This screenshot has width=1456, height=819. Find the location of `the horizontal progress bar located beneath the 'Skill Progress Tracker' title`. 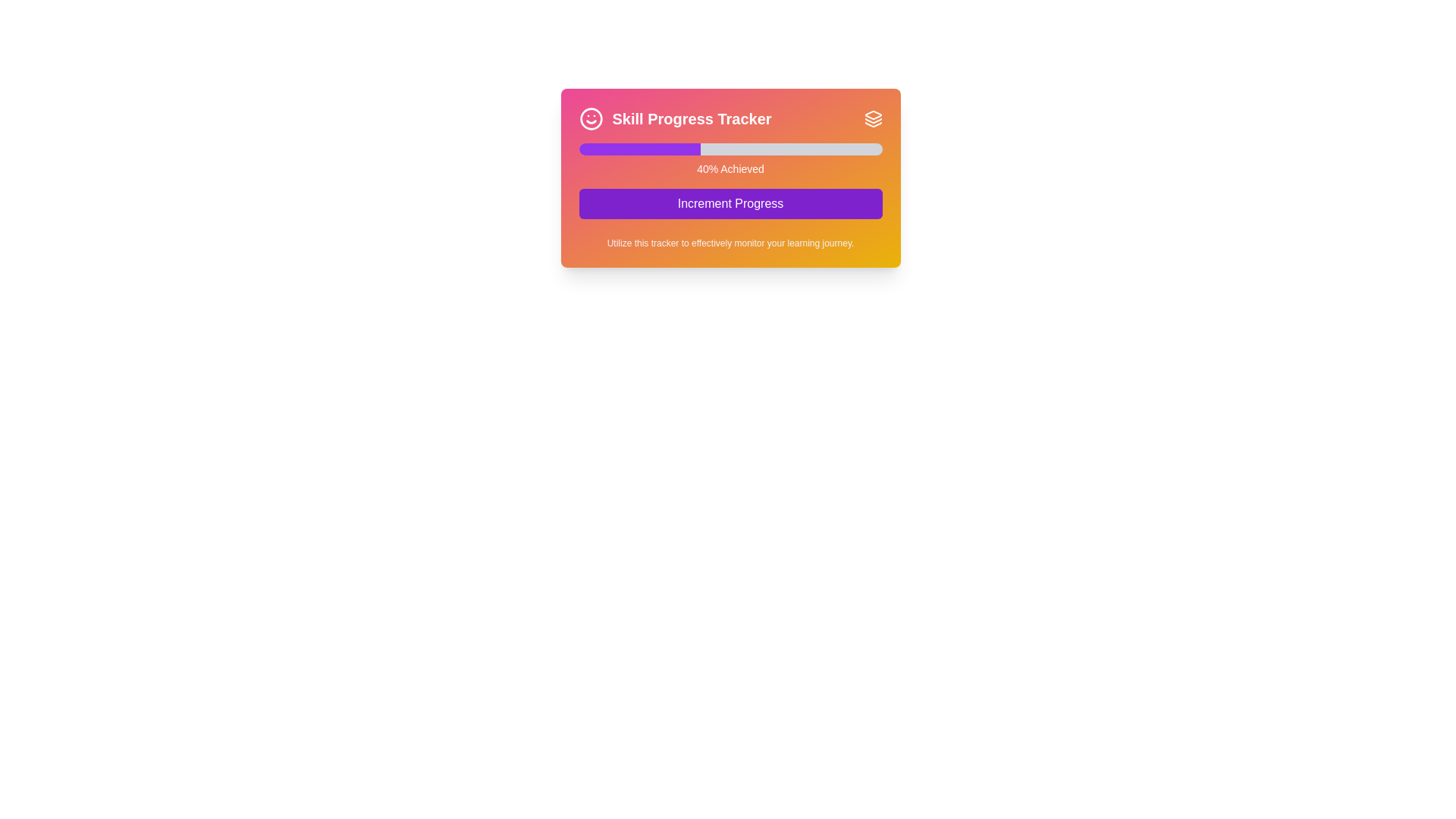

the horizontal progress bar located beneath the 'Skill Progress Tracker' title is located at coordinates (730, 149).